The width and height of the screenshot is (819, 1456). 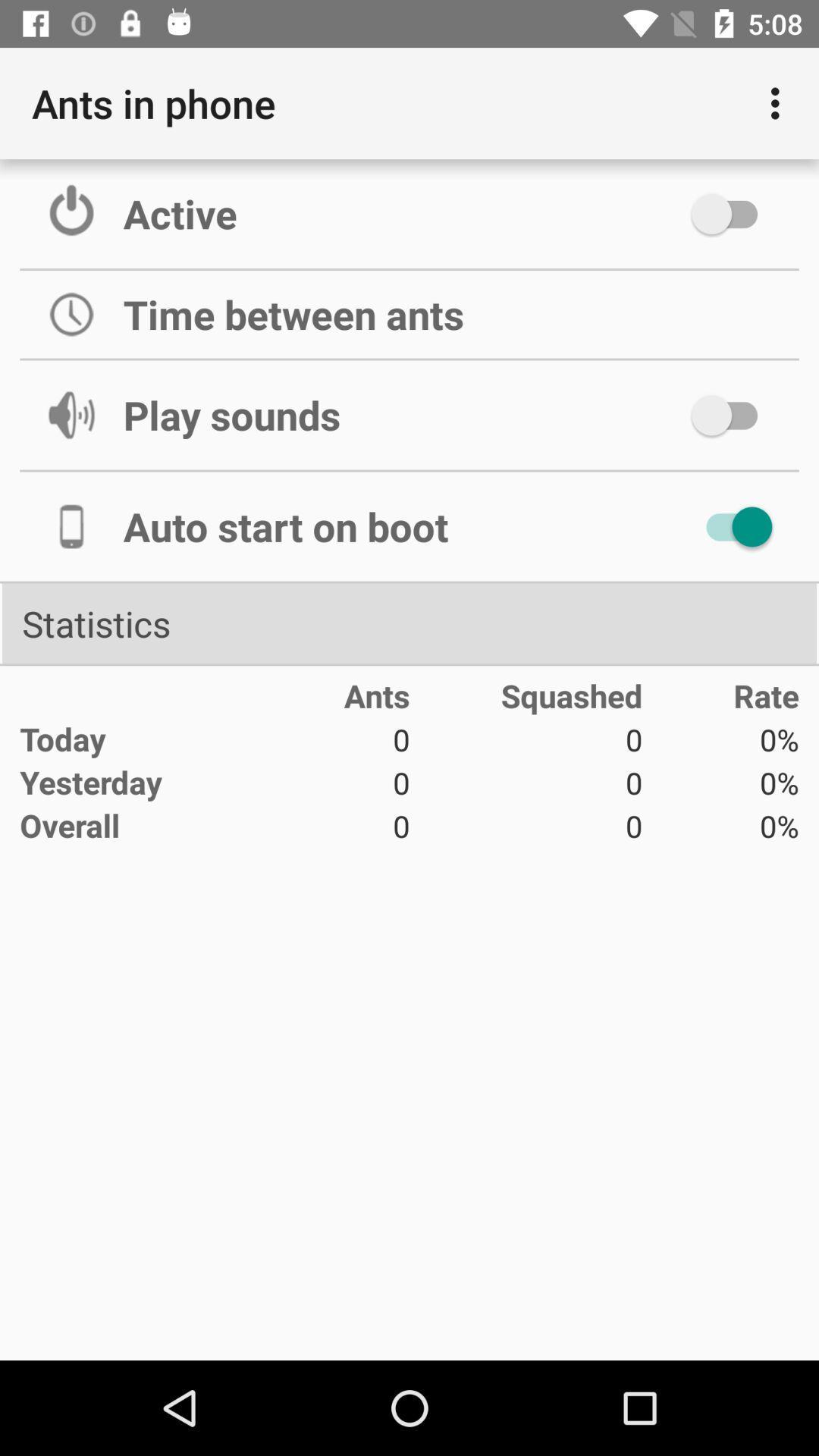 What do you see at coordinates (779, 102) in the screenshot?
I see `item to the right of ants in phone` at bounding box center [779, 102].